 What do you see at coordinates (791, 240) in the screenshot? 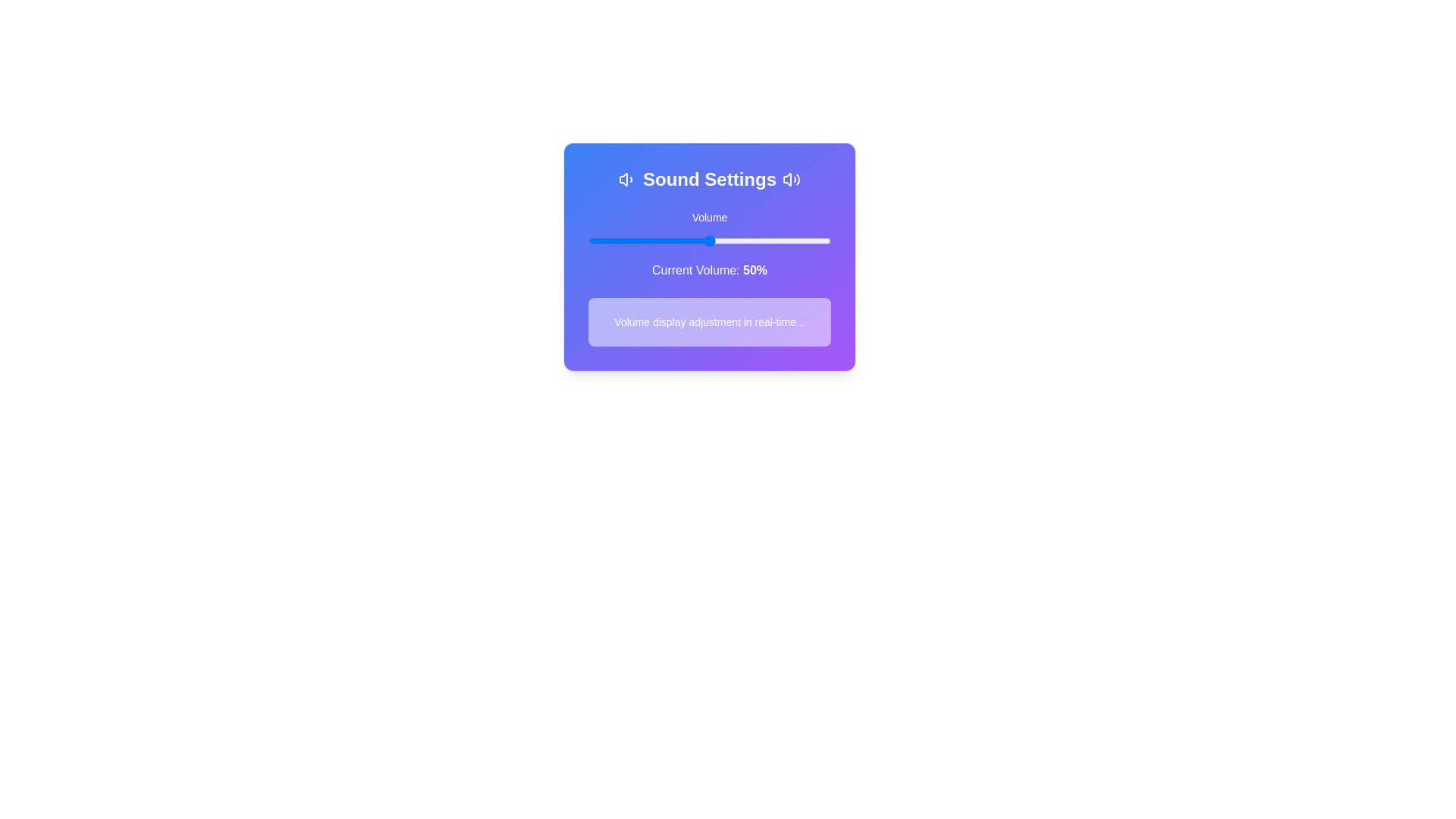
I see `the volume slider to set the volume to 84%` at bounding box center [791, 240].